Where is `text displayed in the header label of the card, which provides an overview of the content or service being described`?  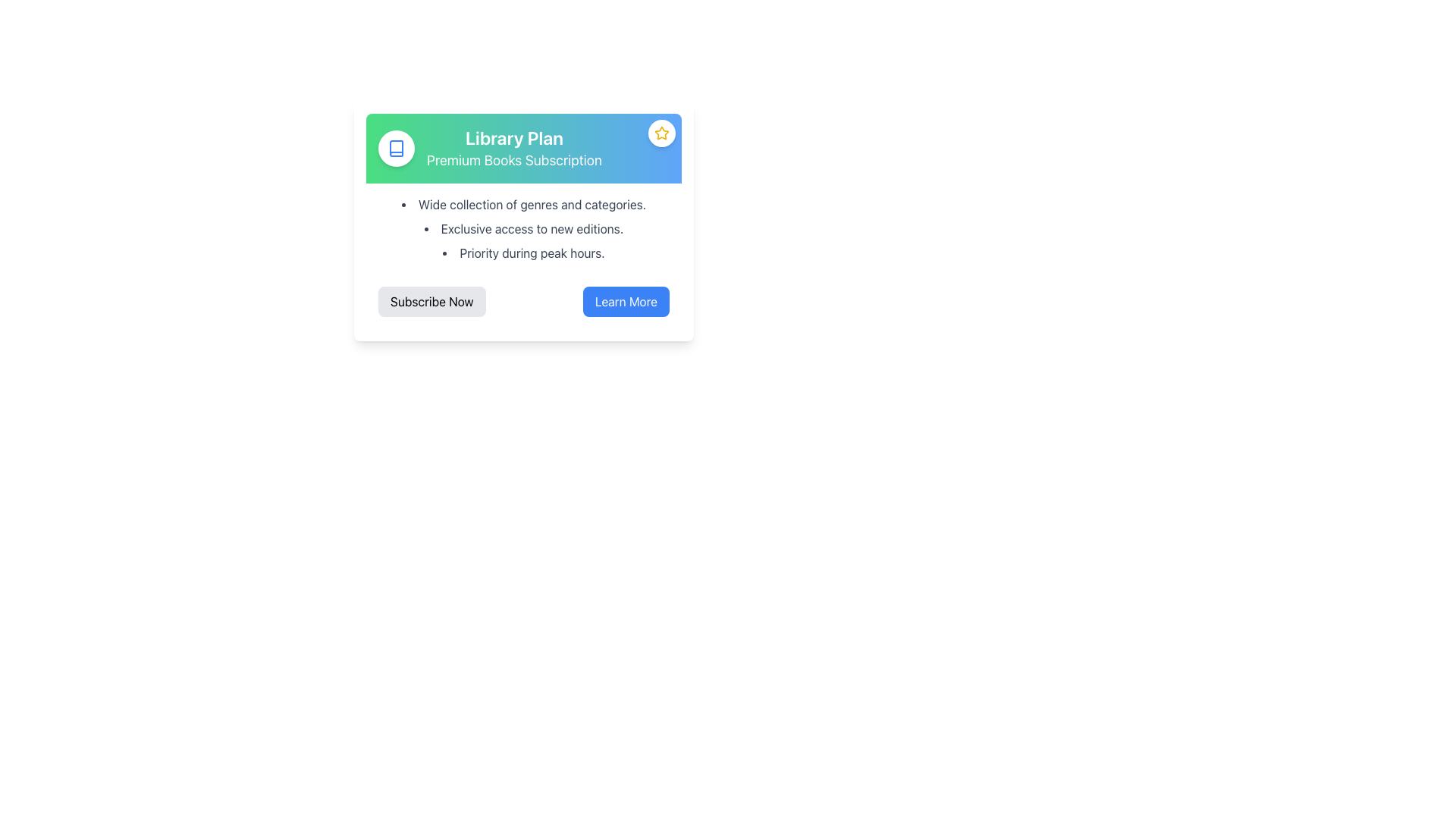
text displayed in the header label of the card, which provides an overview of the content or service being described is located at coordinates (514, 149).